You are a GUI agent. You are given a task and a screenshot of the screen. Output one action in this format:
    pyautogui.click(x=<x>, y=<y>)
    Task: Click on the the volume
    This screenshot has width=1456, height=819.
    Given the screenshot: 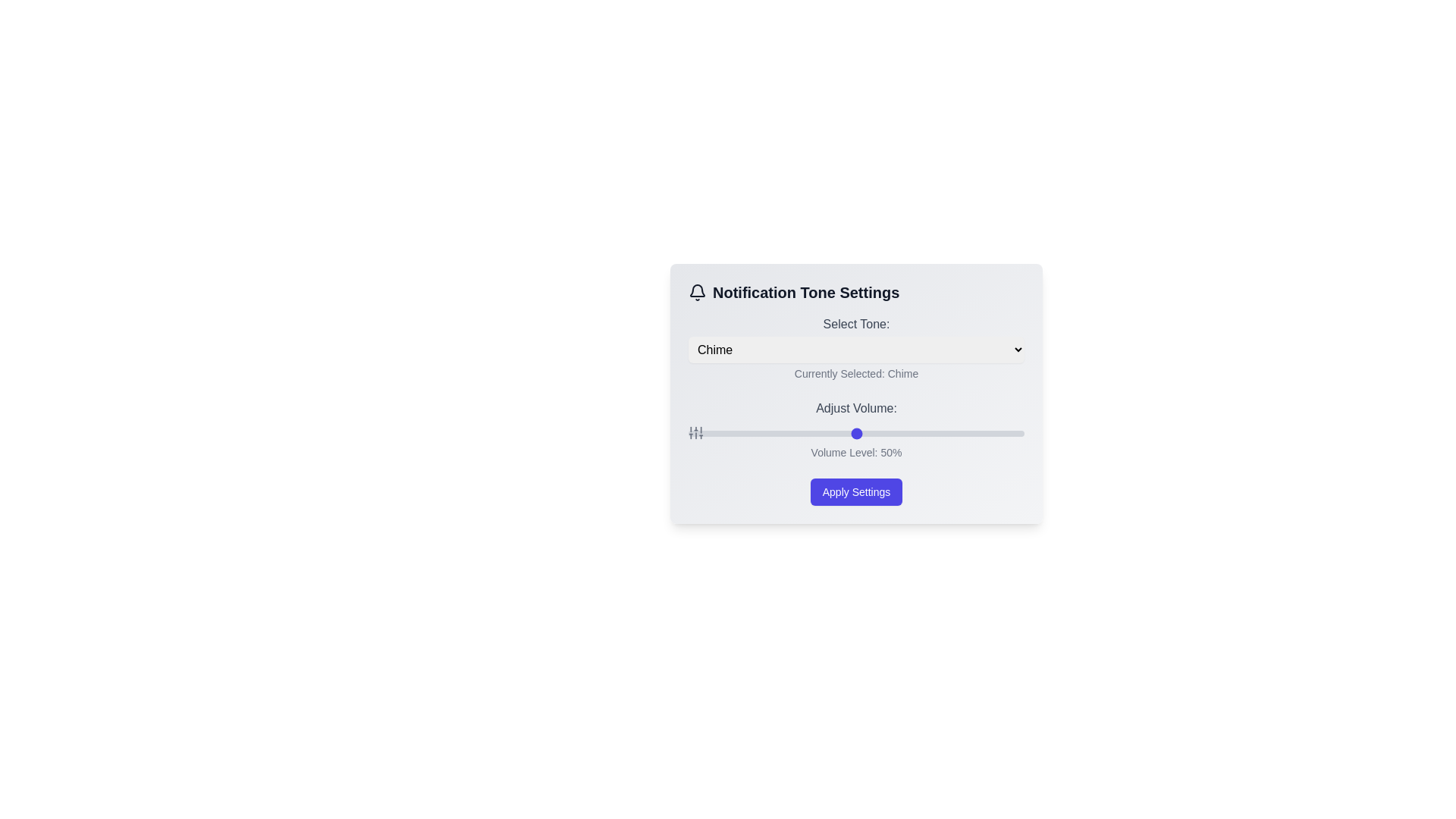 What is the action you would take?
    pyautogui.click(x=1007, y=433)
    